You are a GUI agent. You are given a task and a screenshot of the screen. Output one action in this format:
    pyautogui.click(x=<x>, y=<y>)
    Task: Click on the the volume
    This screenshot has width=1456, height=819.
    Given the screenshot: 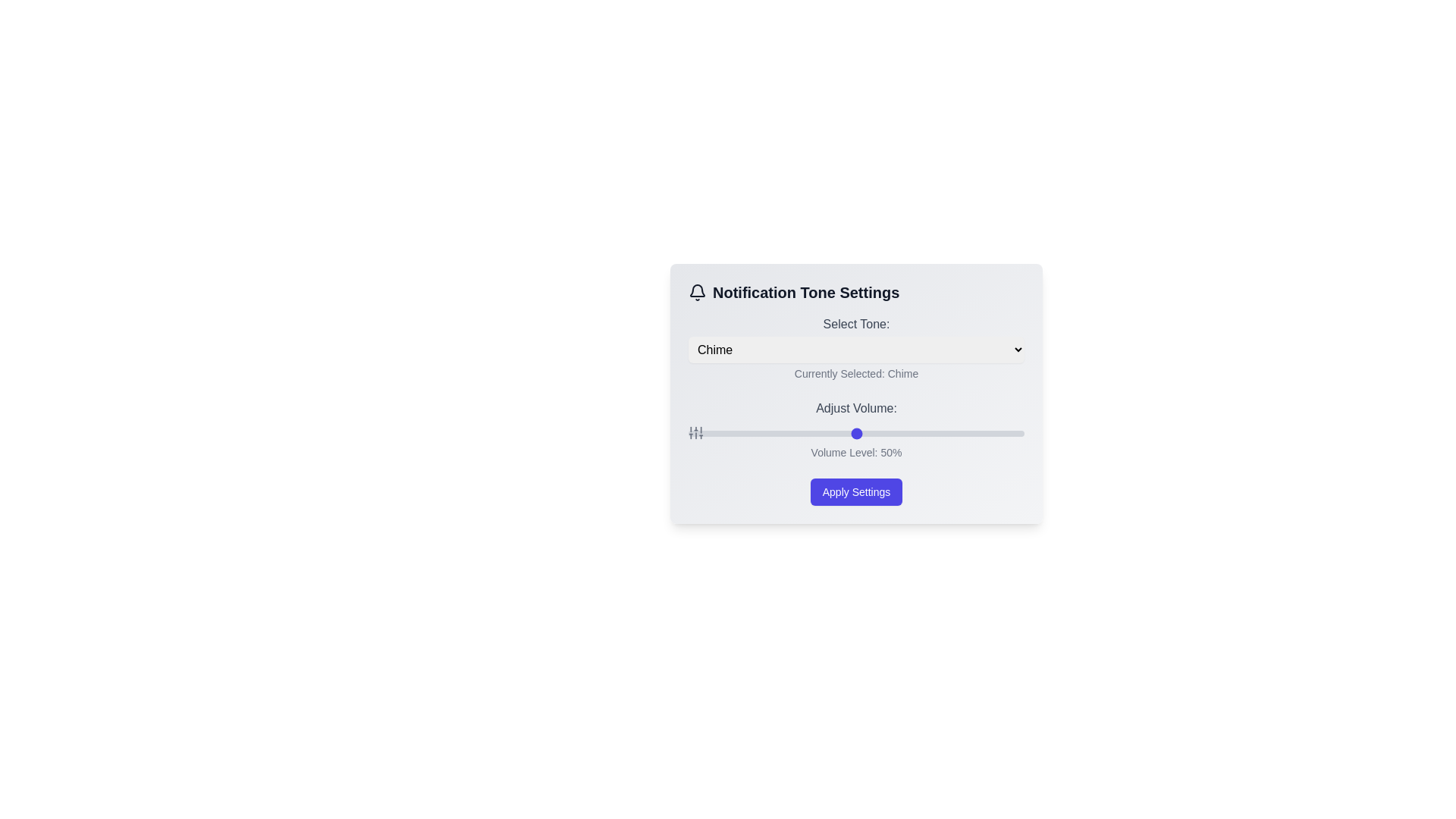 What is the action you would take?
    pyautogui.click(x=1007, y=433)
    